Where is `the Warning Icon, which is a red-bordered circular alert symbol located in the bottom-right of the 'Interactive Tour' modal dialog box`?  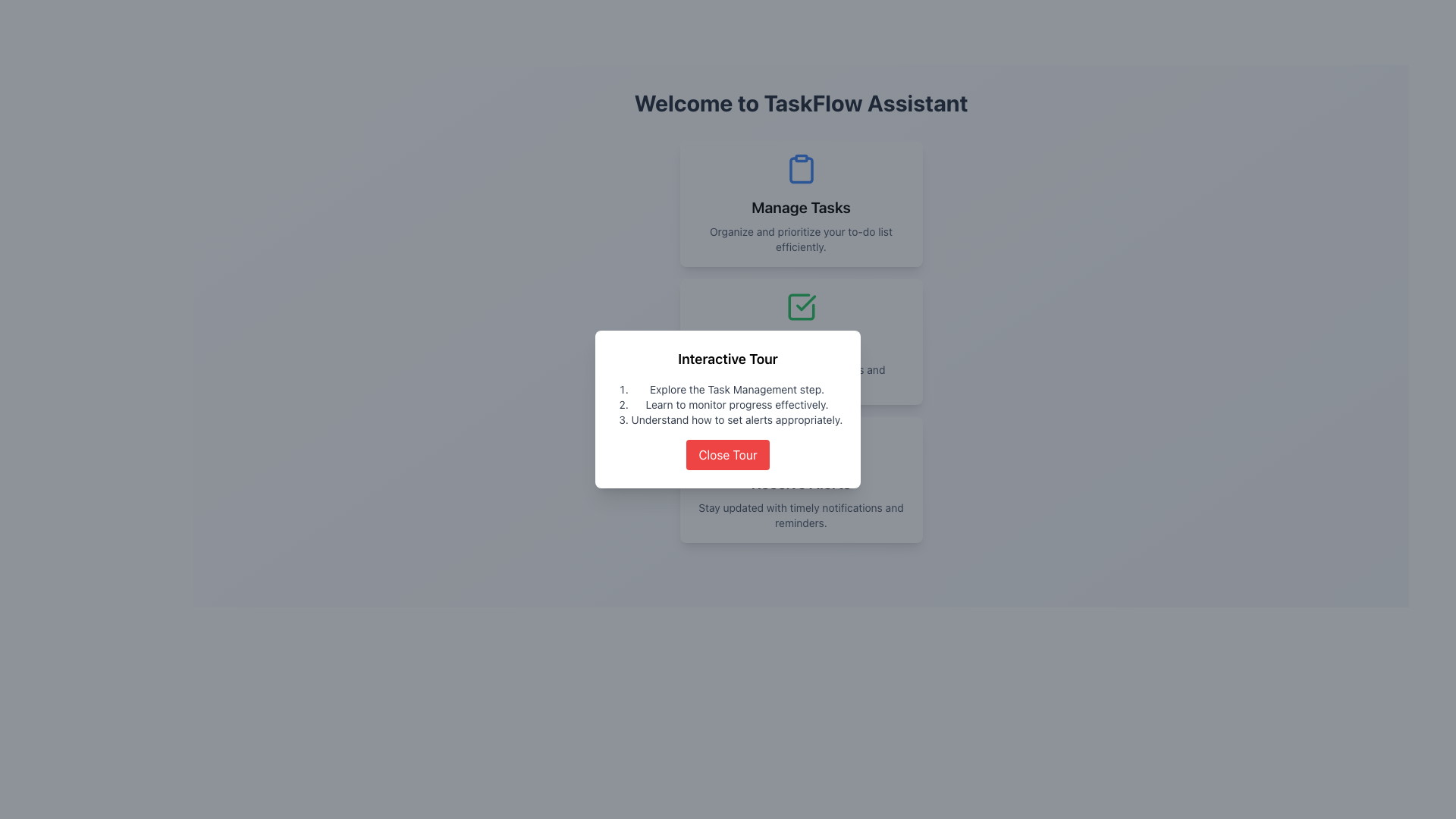
the Warning Icon, which is a red-bordered circular alert symbol located in the bottom-right of the 'Interactive Tour' modal dialog box is located at coordinates (800, 444).